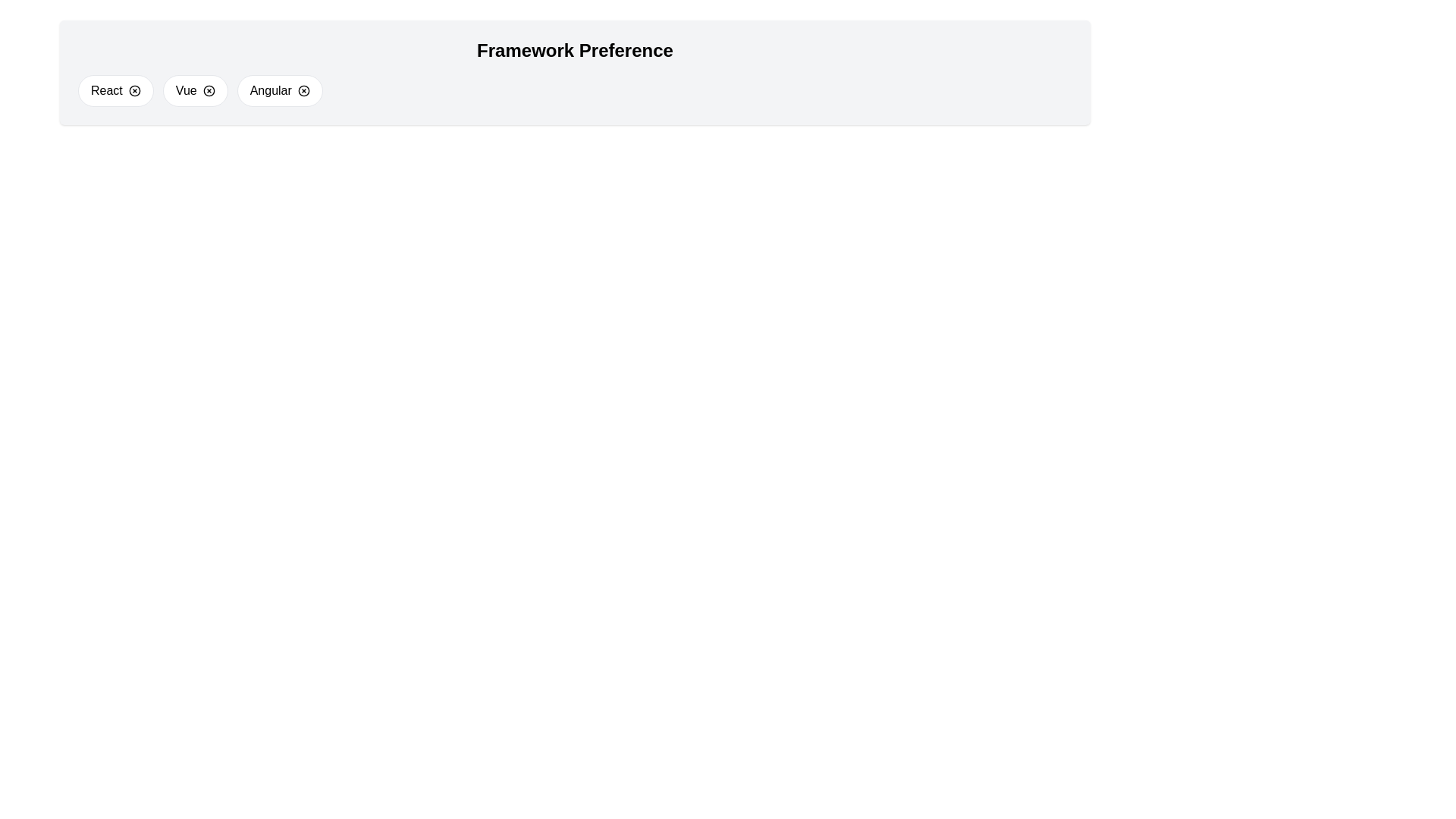  What do you see at coordinates (280, 90) in the screenshot?
I see `the chip labeled Angular` at bounding box center [280, 90].